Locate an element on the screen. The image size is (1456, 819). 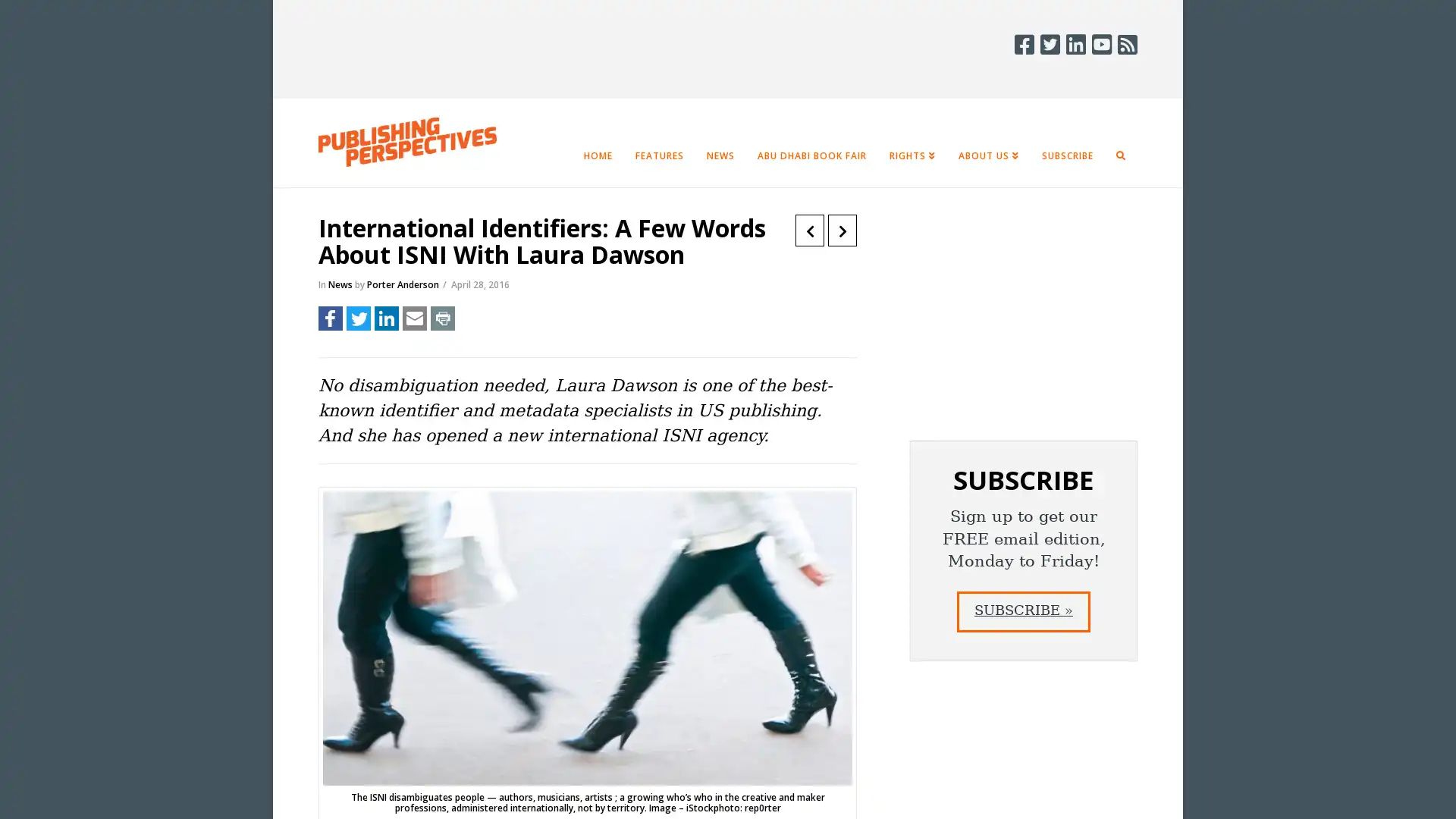
Share to Print is located at coordinates (442, 318).